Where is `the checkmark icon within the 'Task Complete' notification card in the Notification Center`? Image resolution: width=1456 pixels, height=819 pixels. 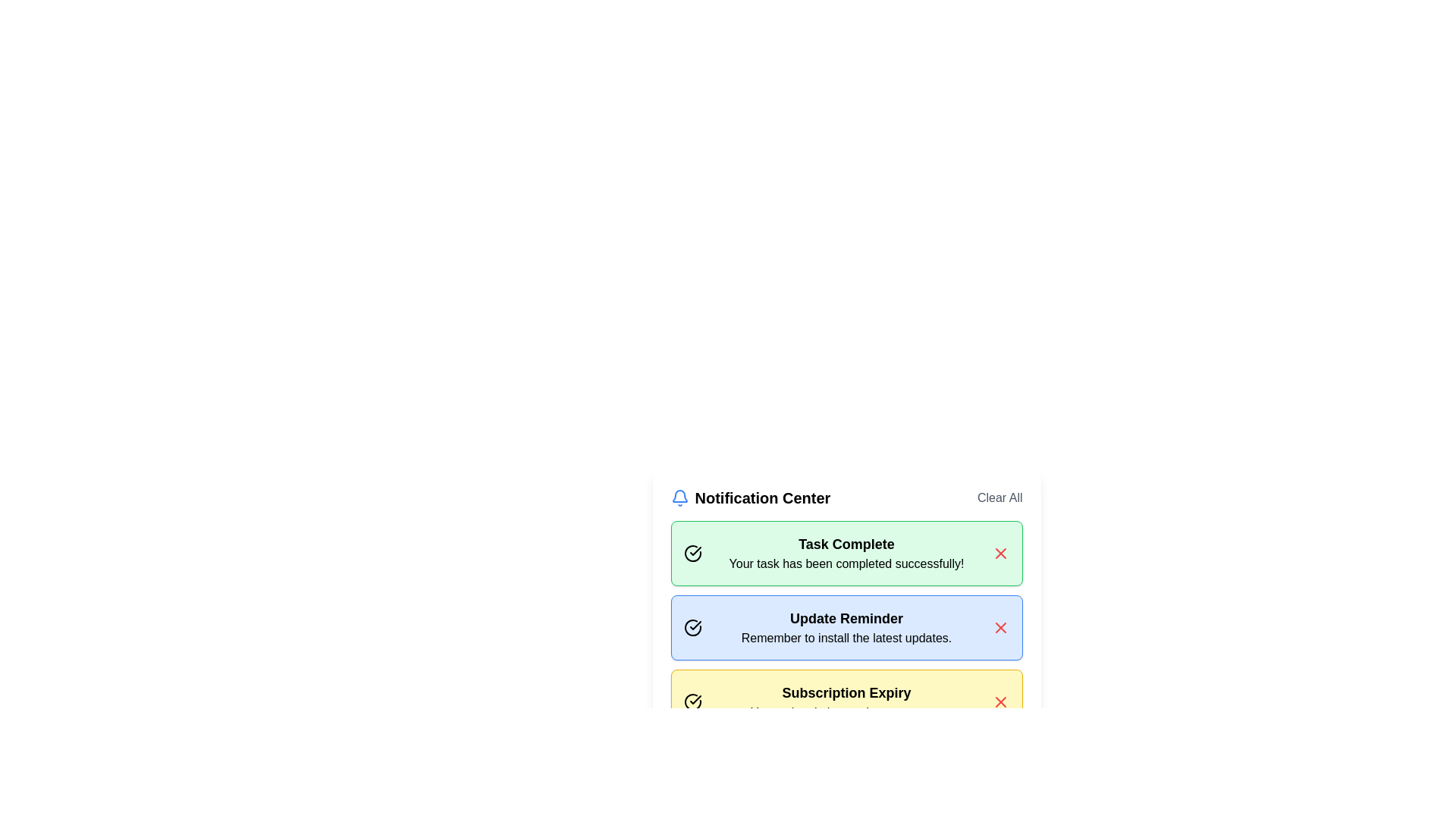 the checkmark icon within the 'Task Complete' notification card in the Notification Center is located at coordinates (694, 551).